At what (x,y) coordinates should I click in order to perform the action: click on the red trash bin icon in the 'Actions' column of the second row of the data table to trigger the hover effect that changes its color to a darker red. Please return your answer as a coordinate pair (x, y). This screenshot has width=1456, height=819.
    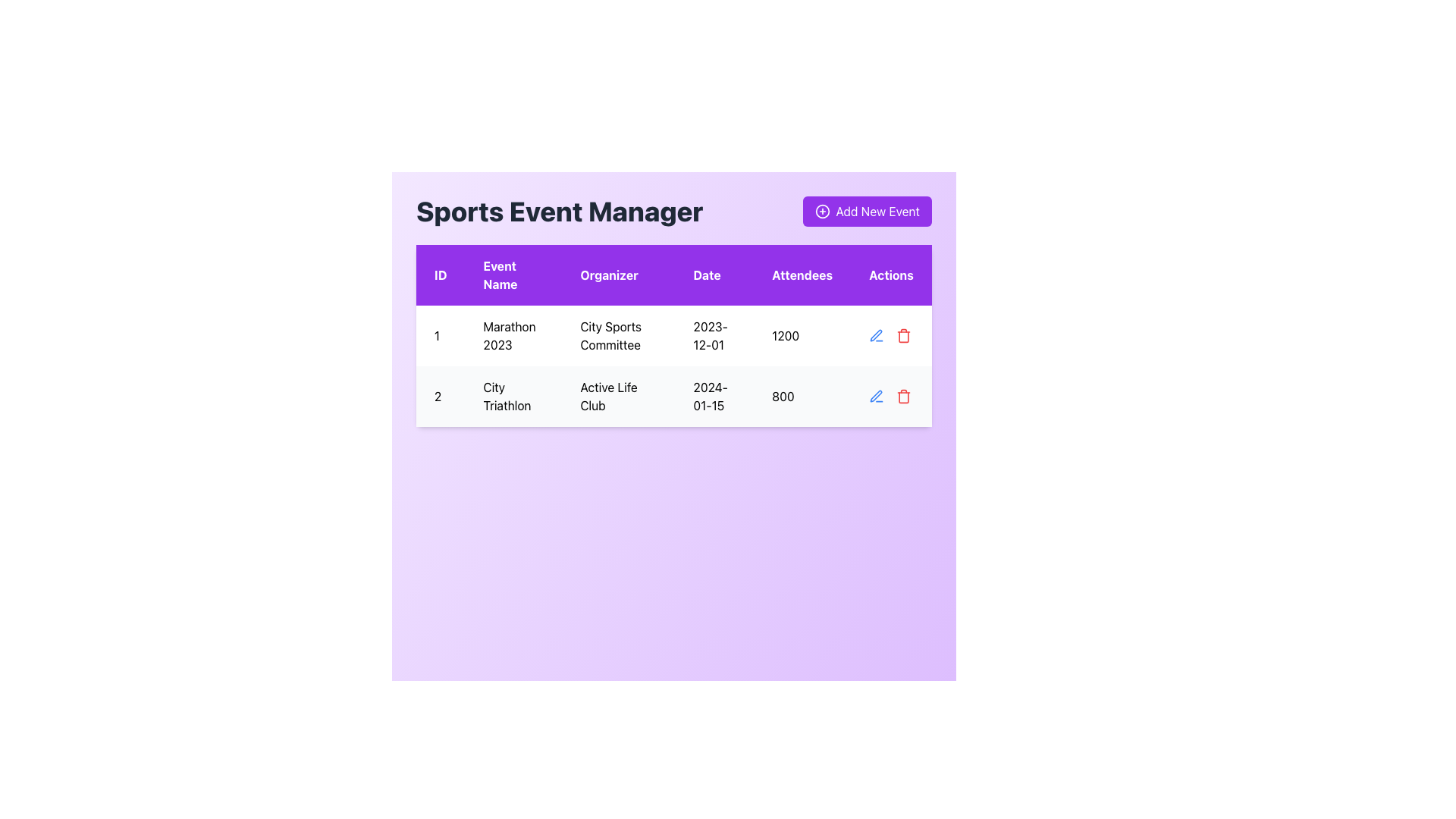
    Looking at the image, I should click on (904, 335).